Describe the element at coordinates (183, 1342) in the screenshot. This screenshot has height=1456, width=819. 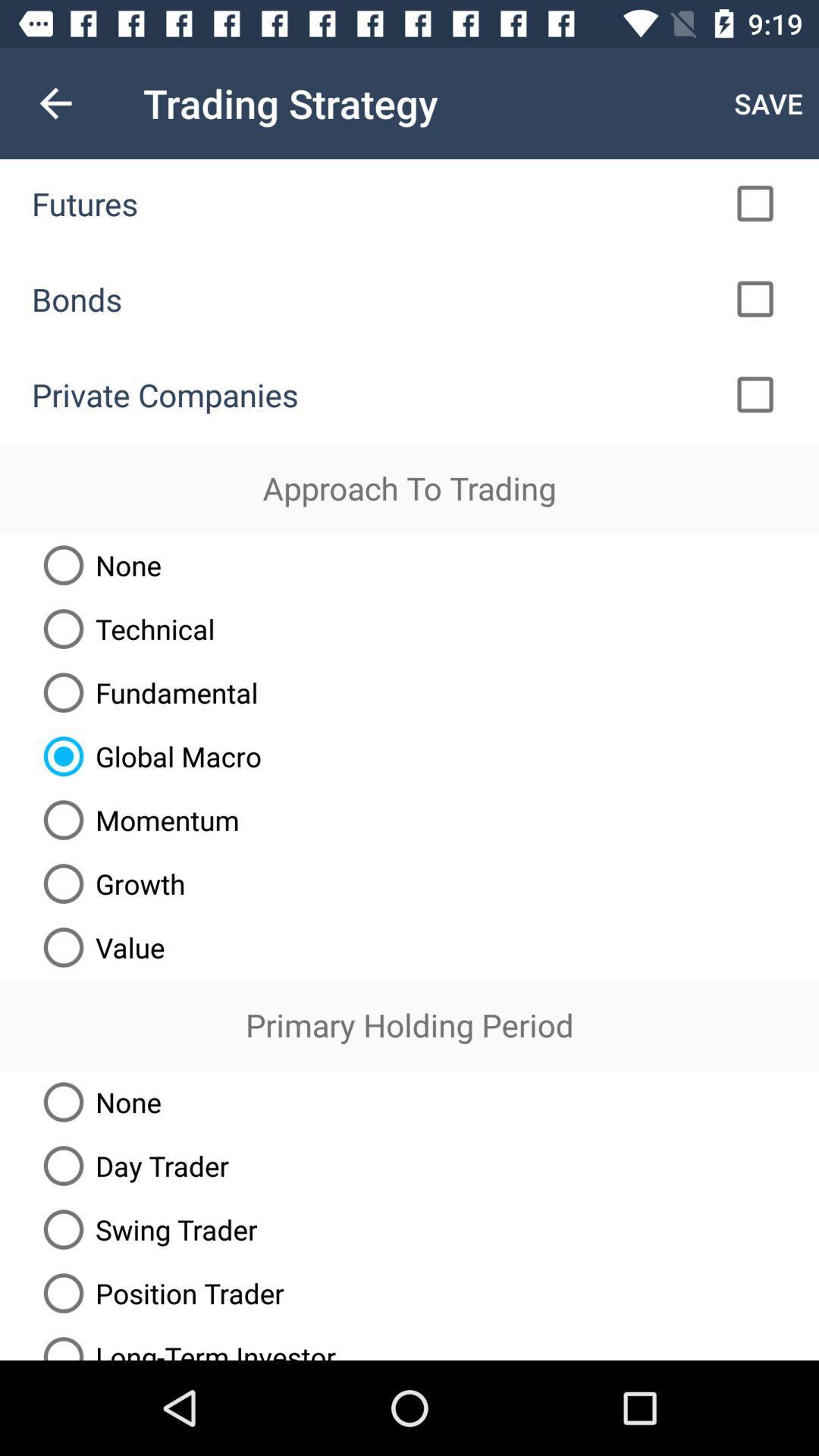
I see `the long-term investor radio button` at that location.